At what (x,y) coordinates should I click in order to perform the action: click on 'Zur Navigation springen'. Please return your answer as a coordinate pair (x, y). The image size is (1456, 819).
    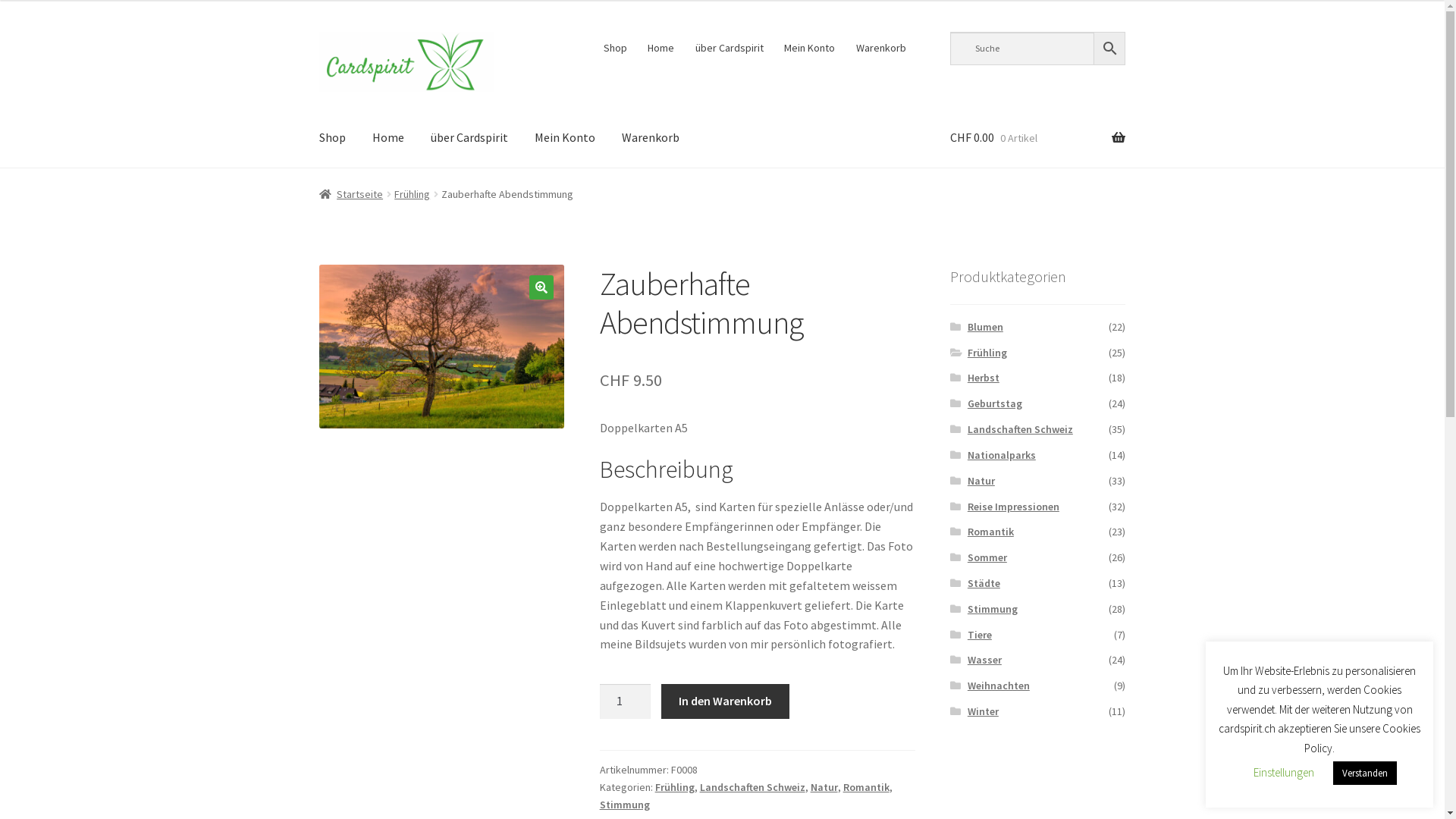
    Looking at the image, I should click on (318, 31).